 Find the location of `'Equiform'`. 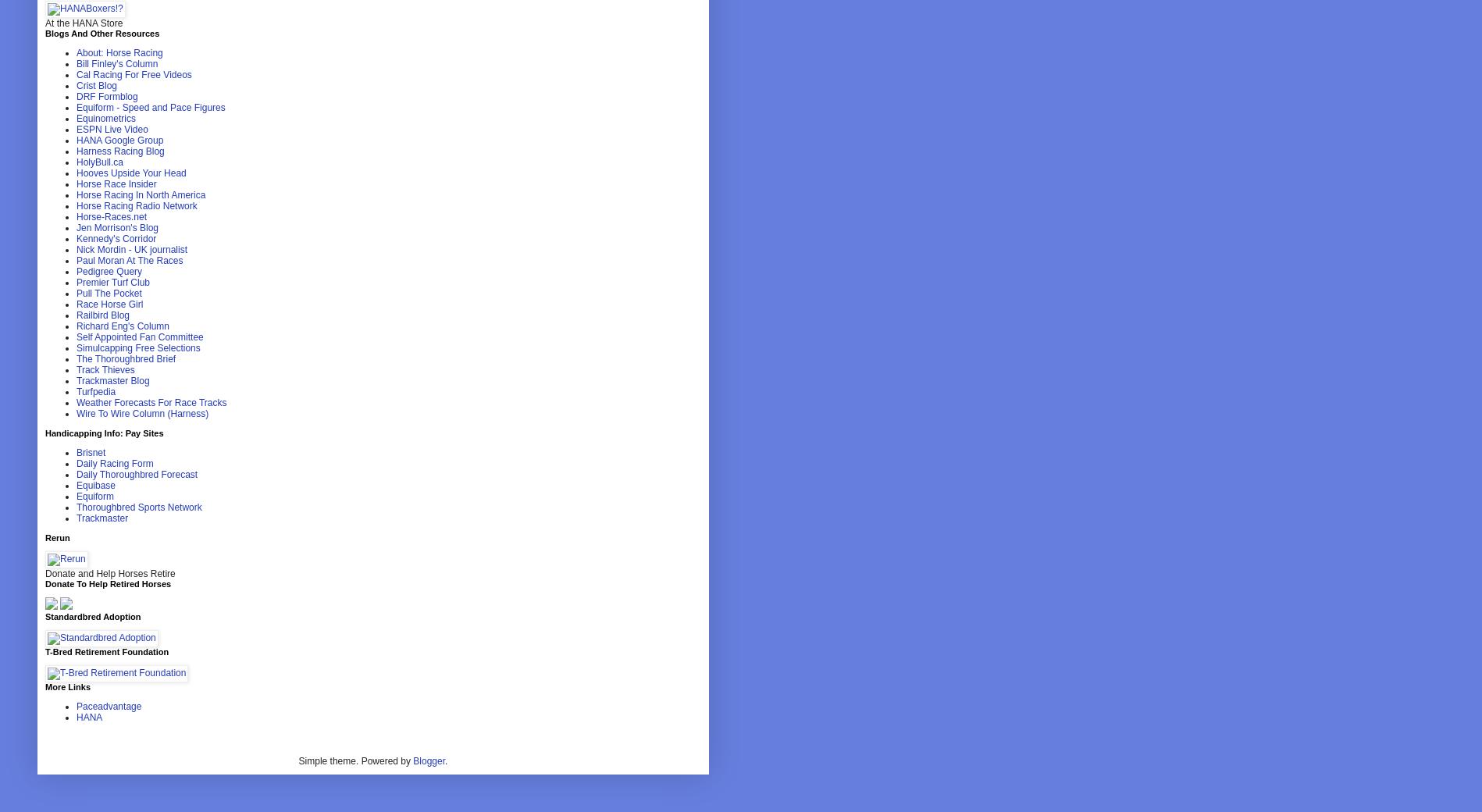

'Equiform' is located at coordinates (95, 495).